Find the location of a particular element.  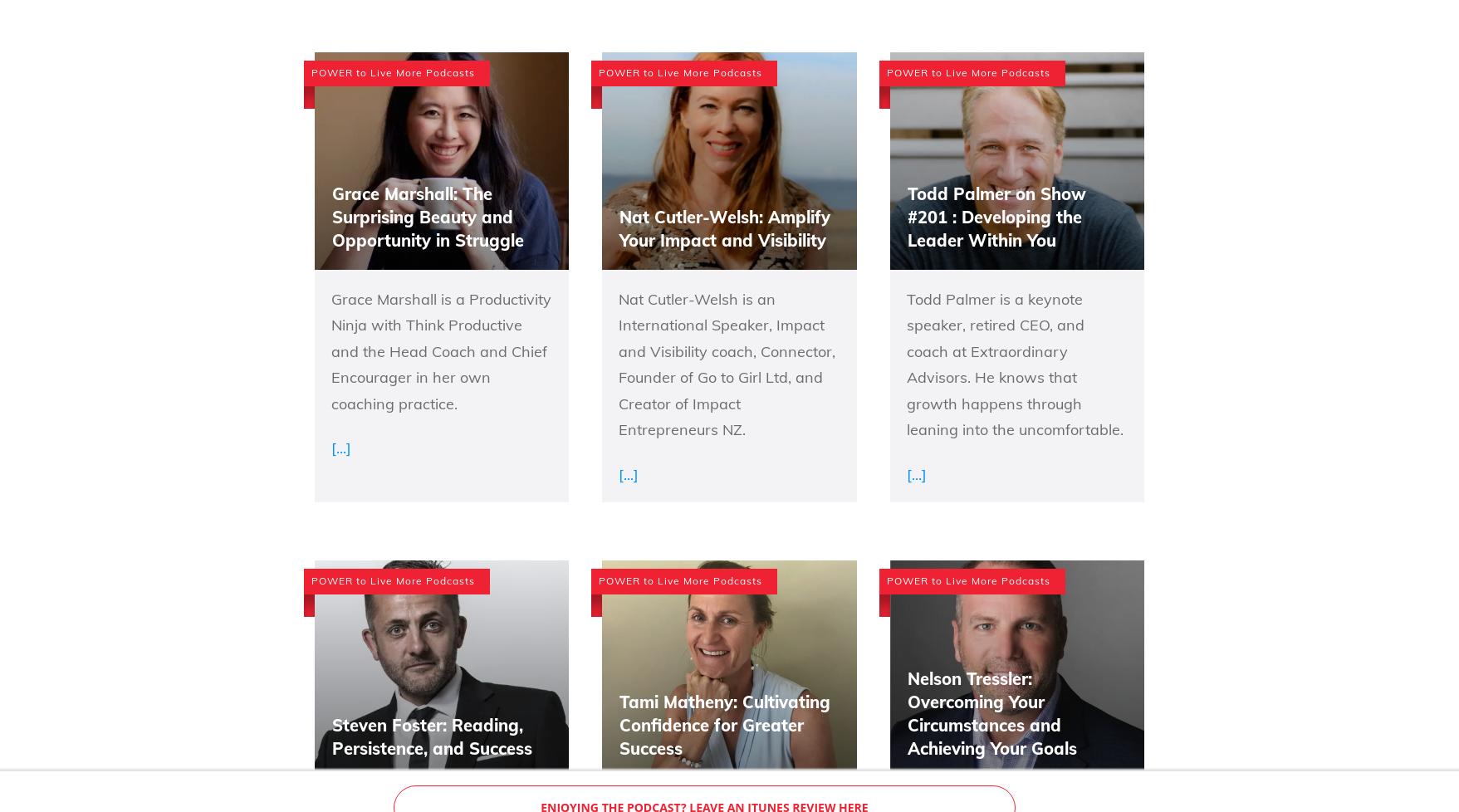

'Todd Palmer is a keynote speaker, retired CEO, and coach at Extraordinary Advisors. He knows that growth happens through leaning into the uncomfortable.' is located at coordinates (1013, 363).